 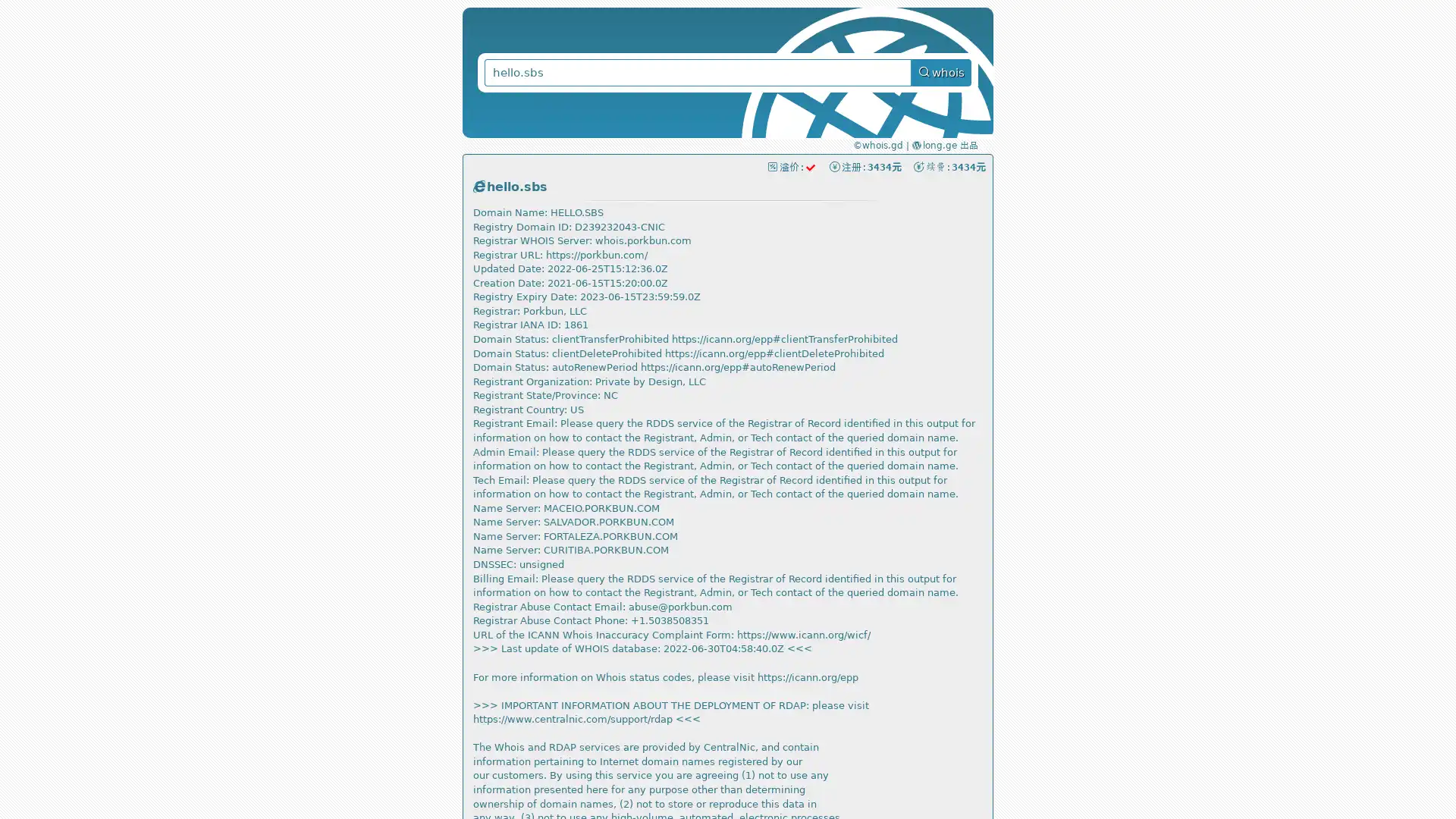 I want to click on whois, so click(x=940, y=73).